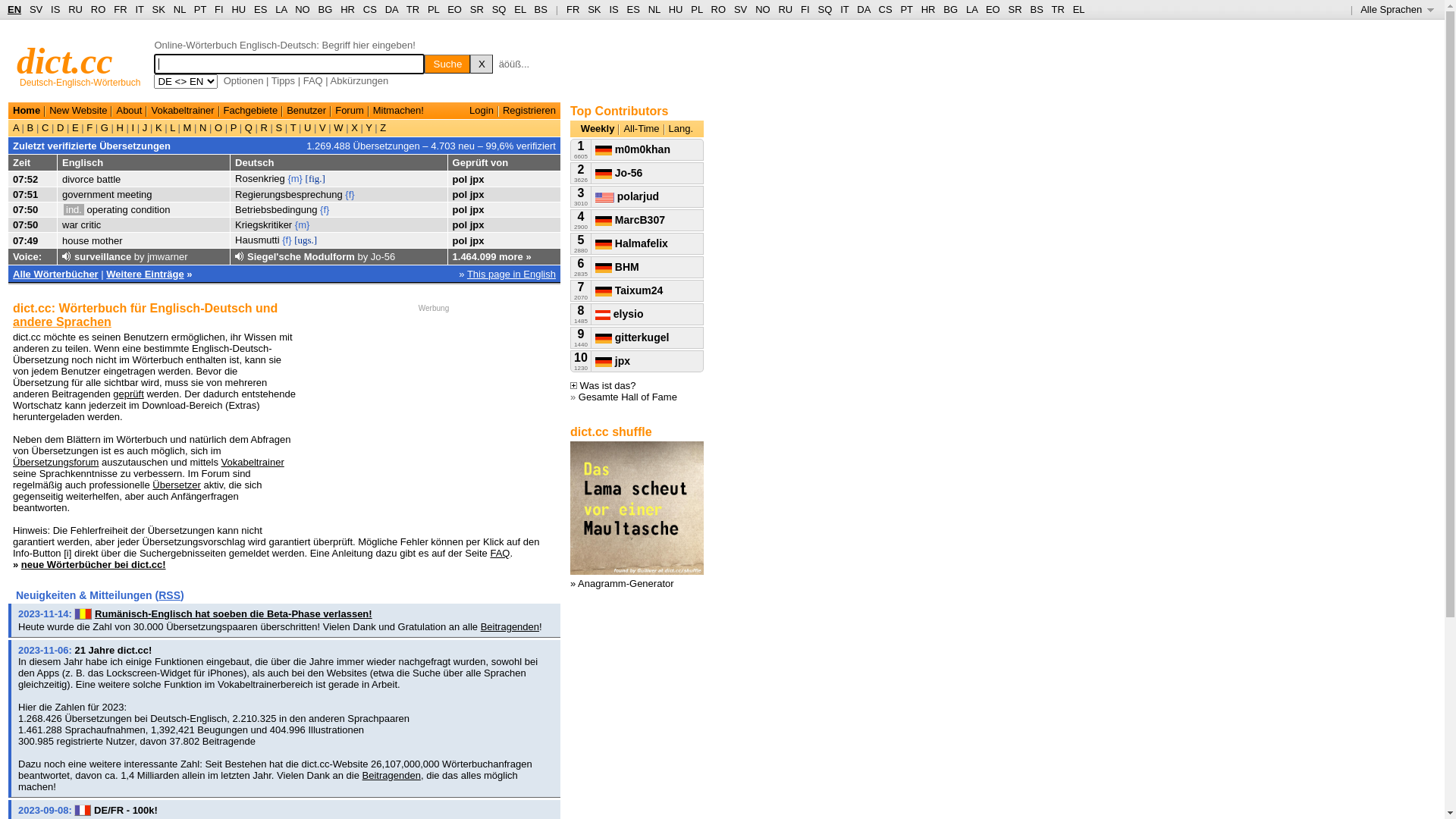 This screenshot has width=1456, height=819. Describe the element at coordinates (617, 265) in the screenshot. I see `'BHM'` at that location.